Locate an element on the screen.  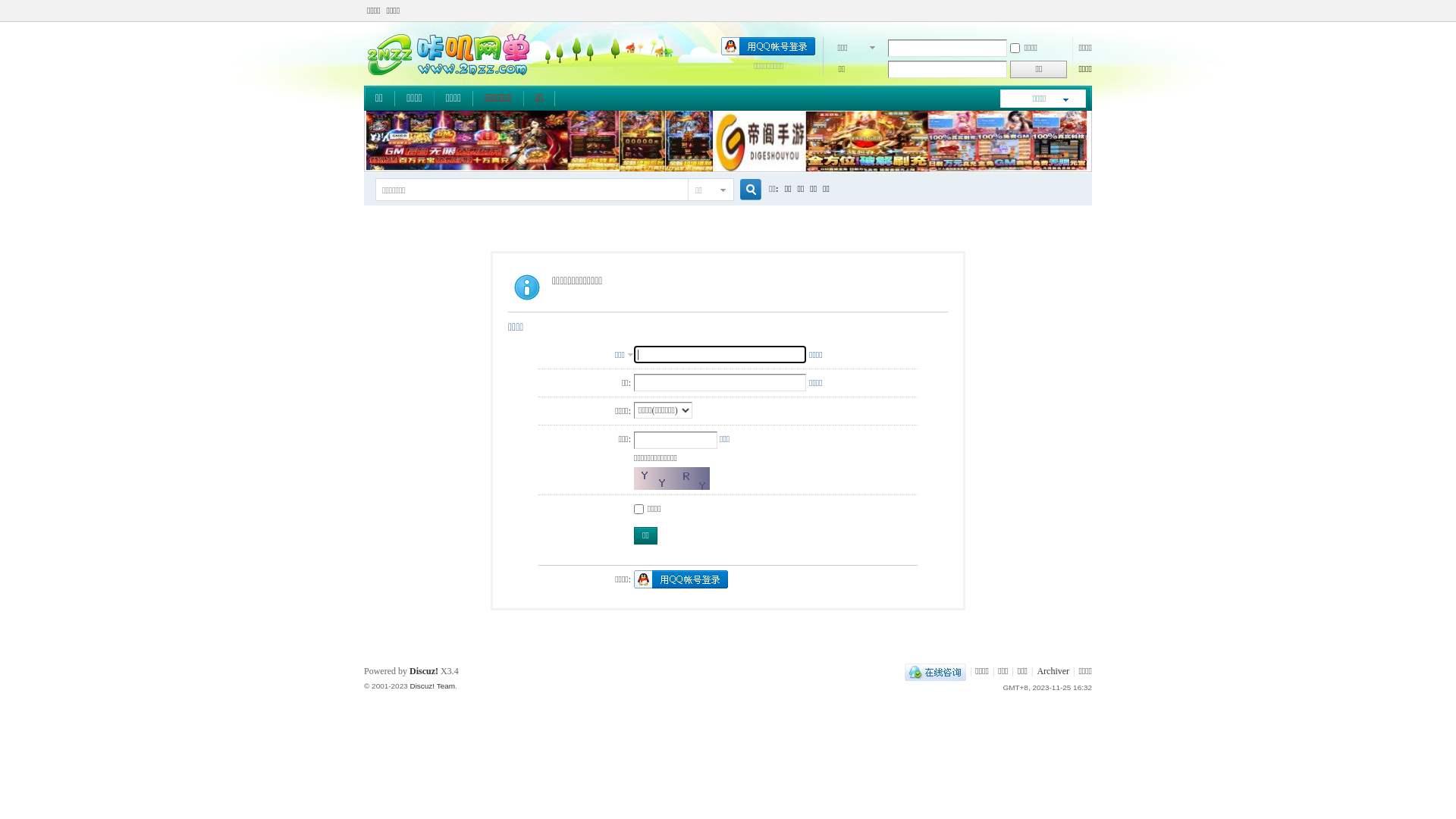
'Discuz!' is located at coordinates (423, 670).